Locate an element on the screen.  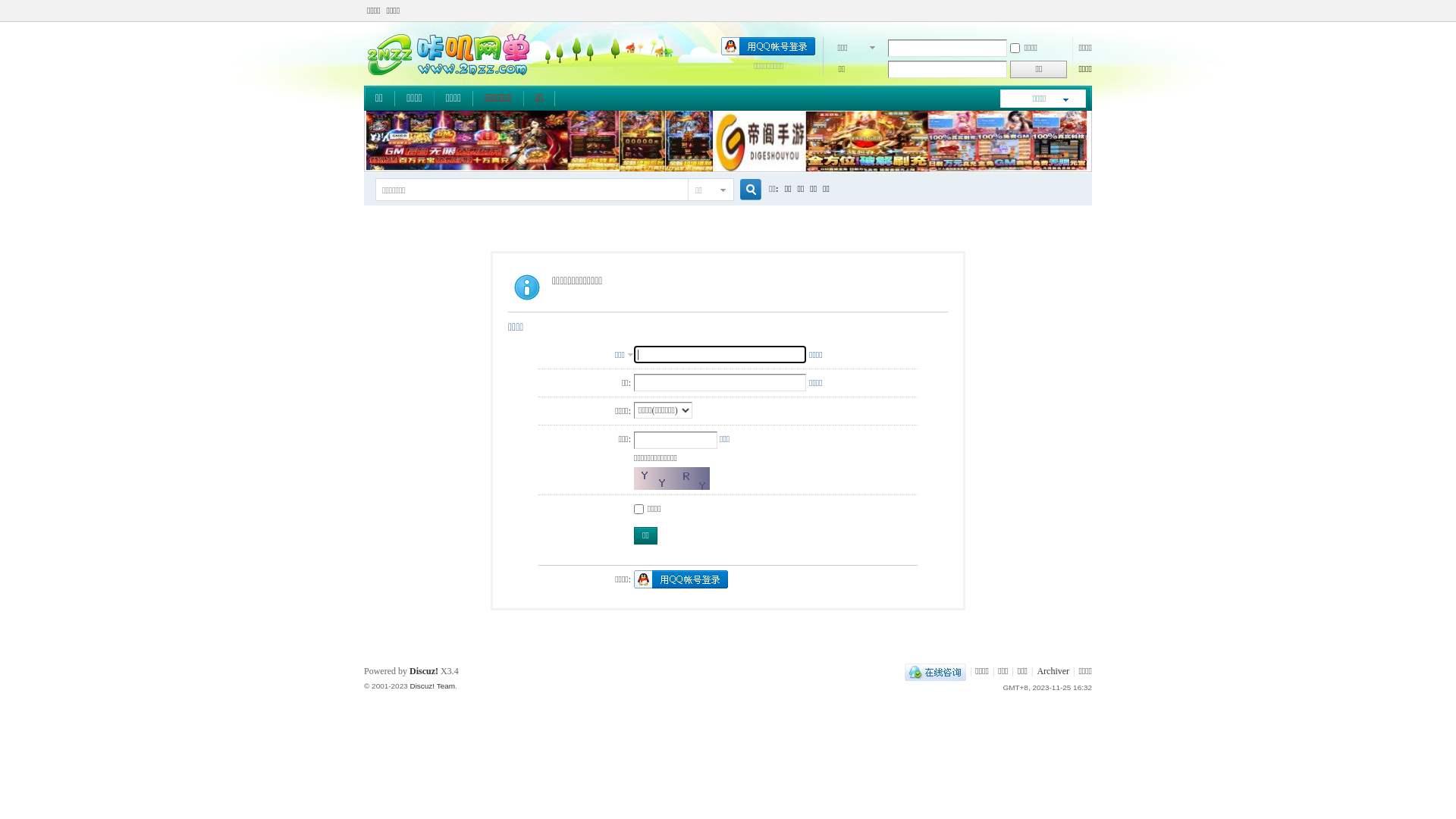
'Discuz!' is located at coordinates (423, 670).